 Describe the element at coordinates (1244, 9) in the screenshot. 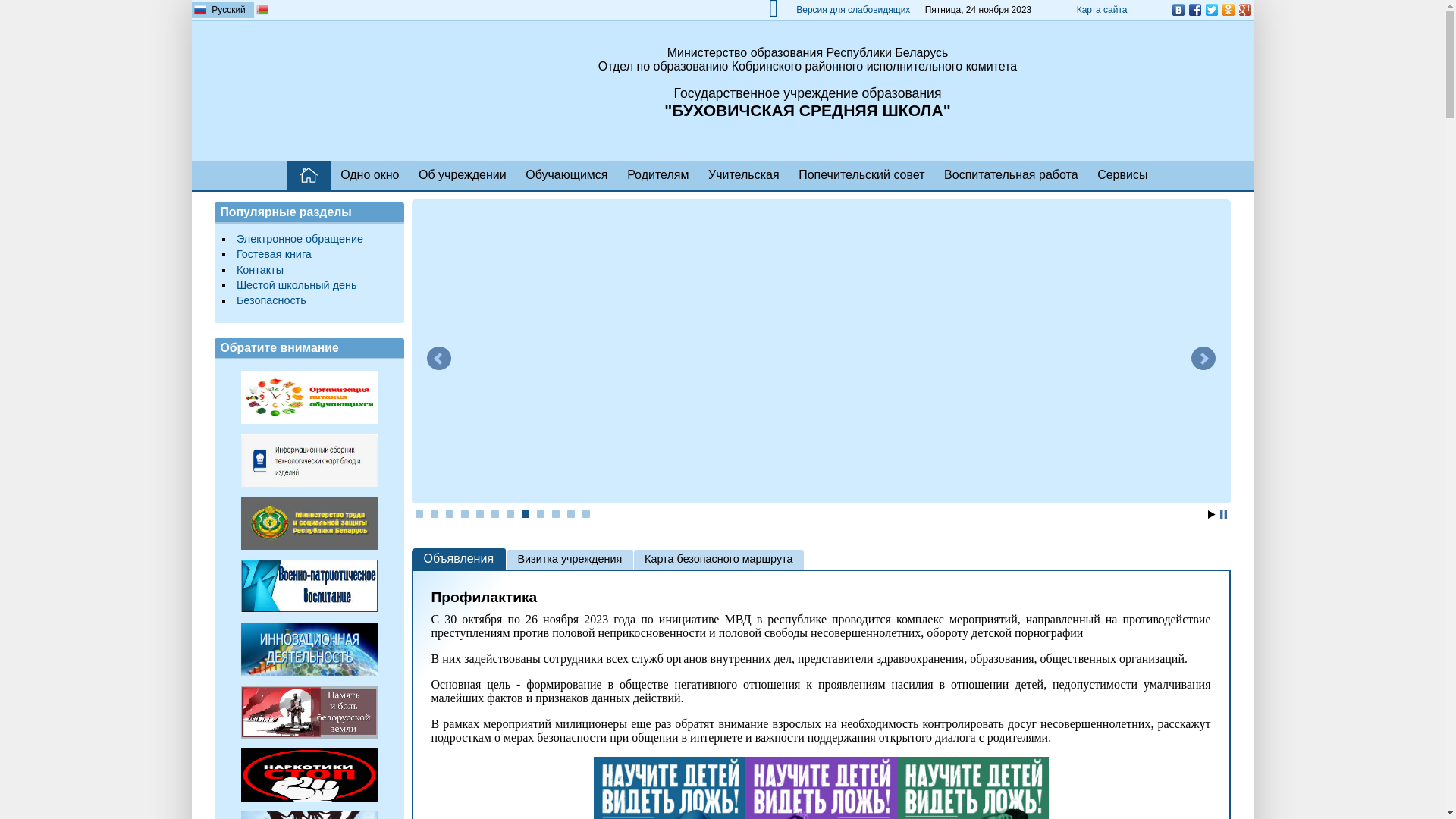

I see `'Google Plus'` at that location.